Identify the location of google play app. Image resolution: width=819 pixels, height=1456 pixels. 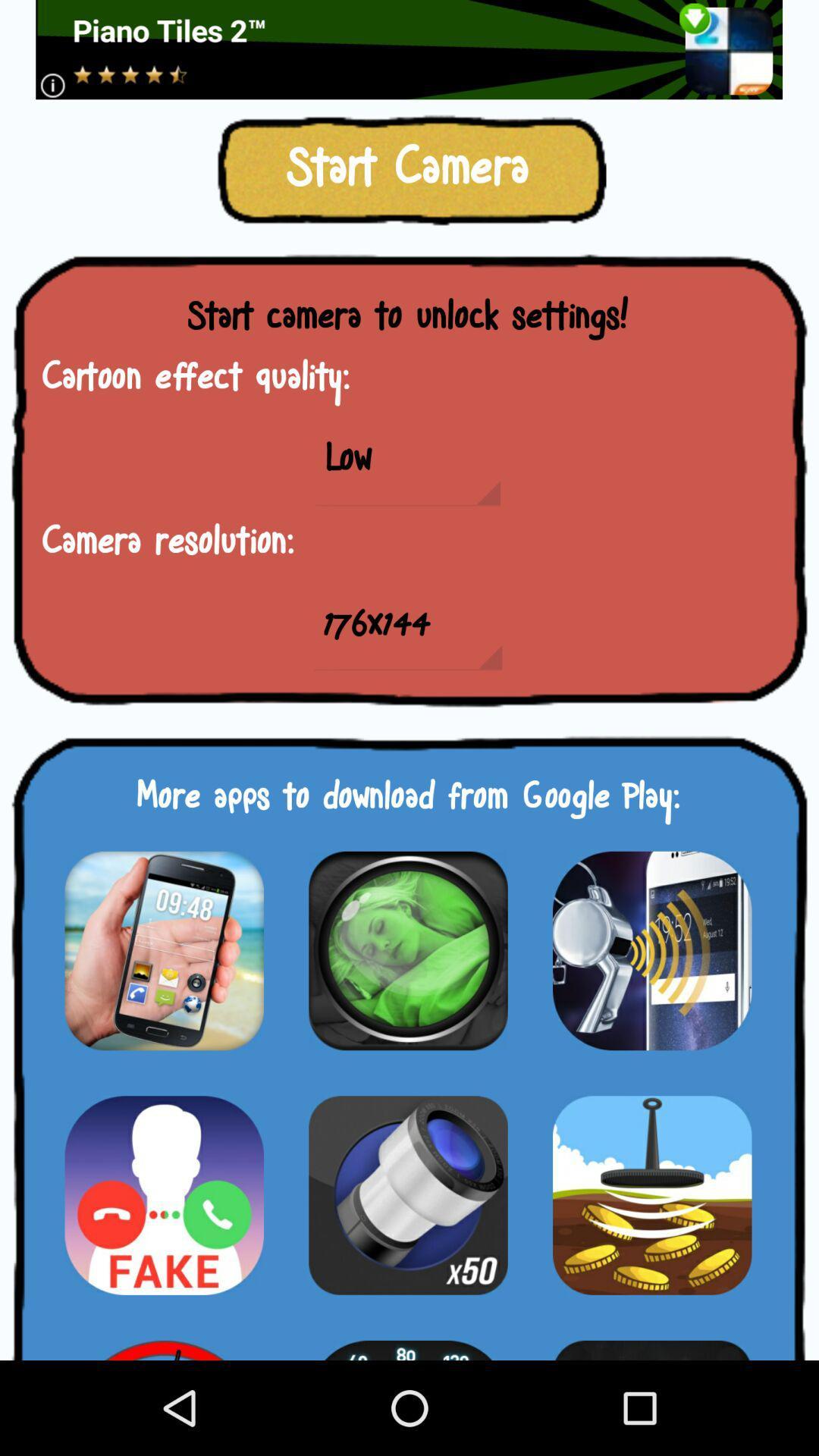
(651, 949).